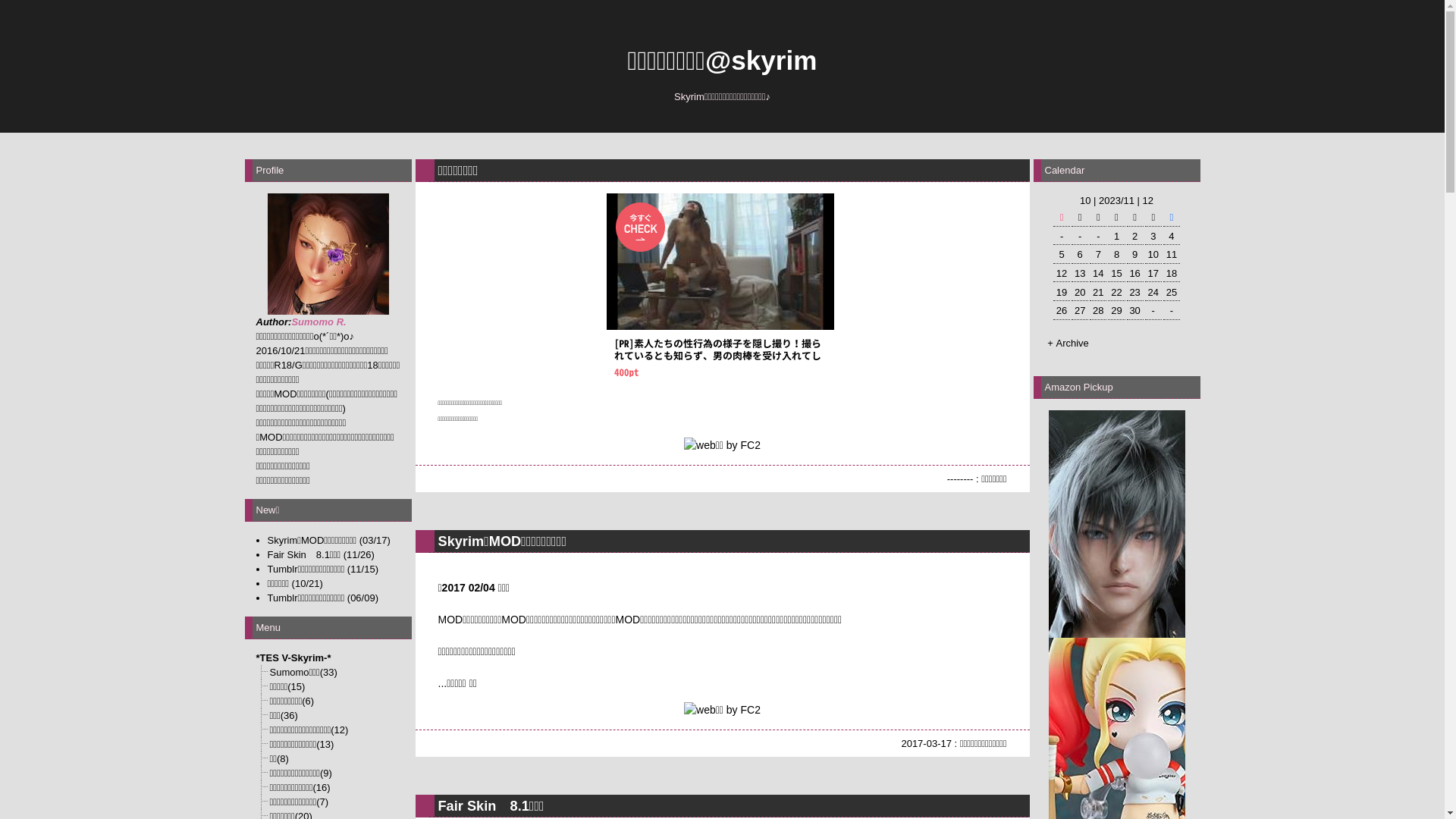 Image resolution: width=1456 pixels, height=819 pixels. Describe the element at coordinates (1071, 343) in the screenshot. I see `'Archive'` at that location.